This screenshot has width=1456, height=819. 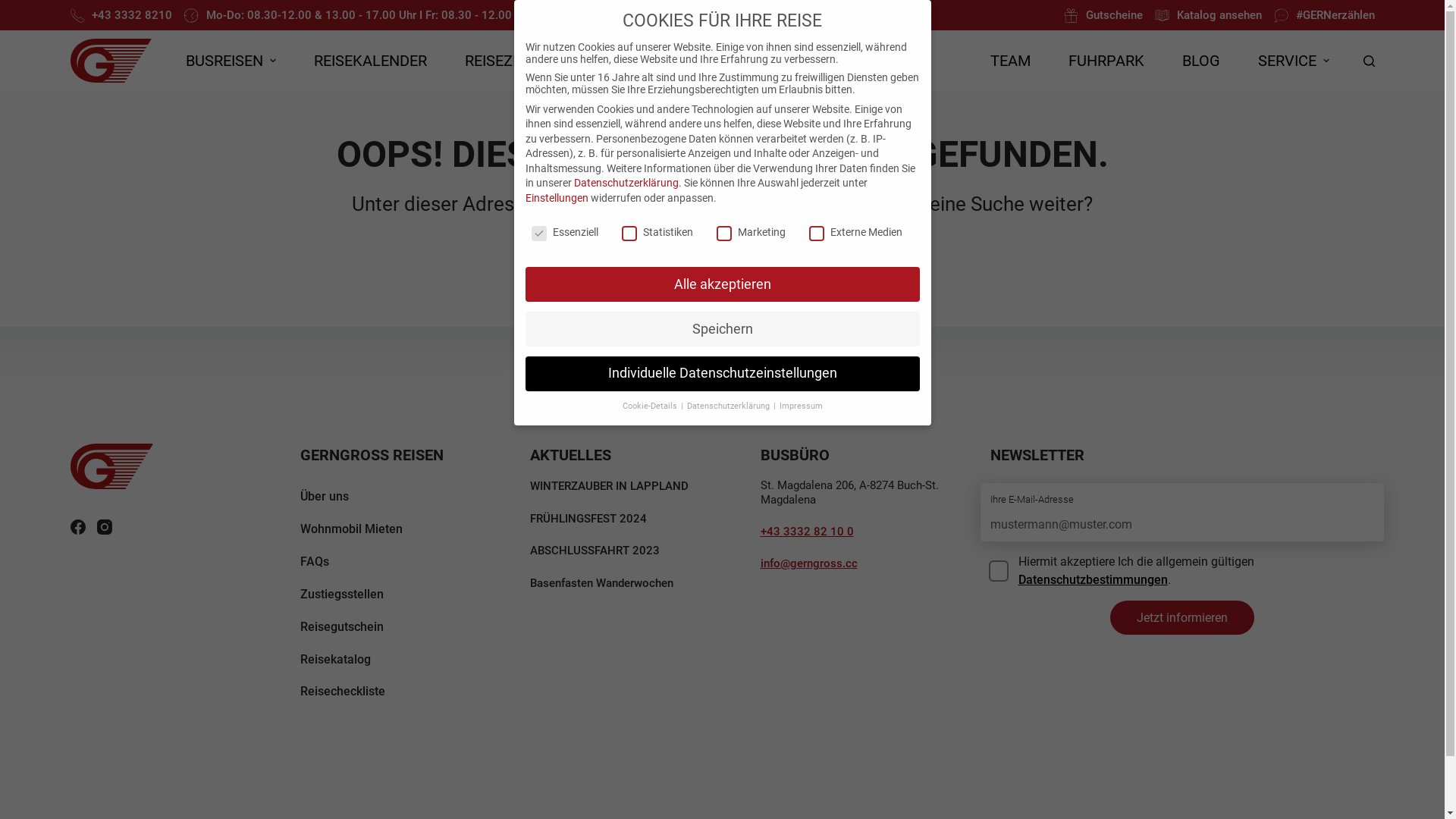 I want to click on 'Individuelle Datenschutzeinstellungen', so click(x=720, y=374).